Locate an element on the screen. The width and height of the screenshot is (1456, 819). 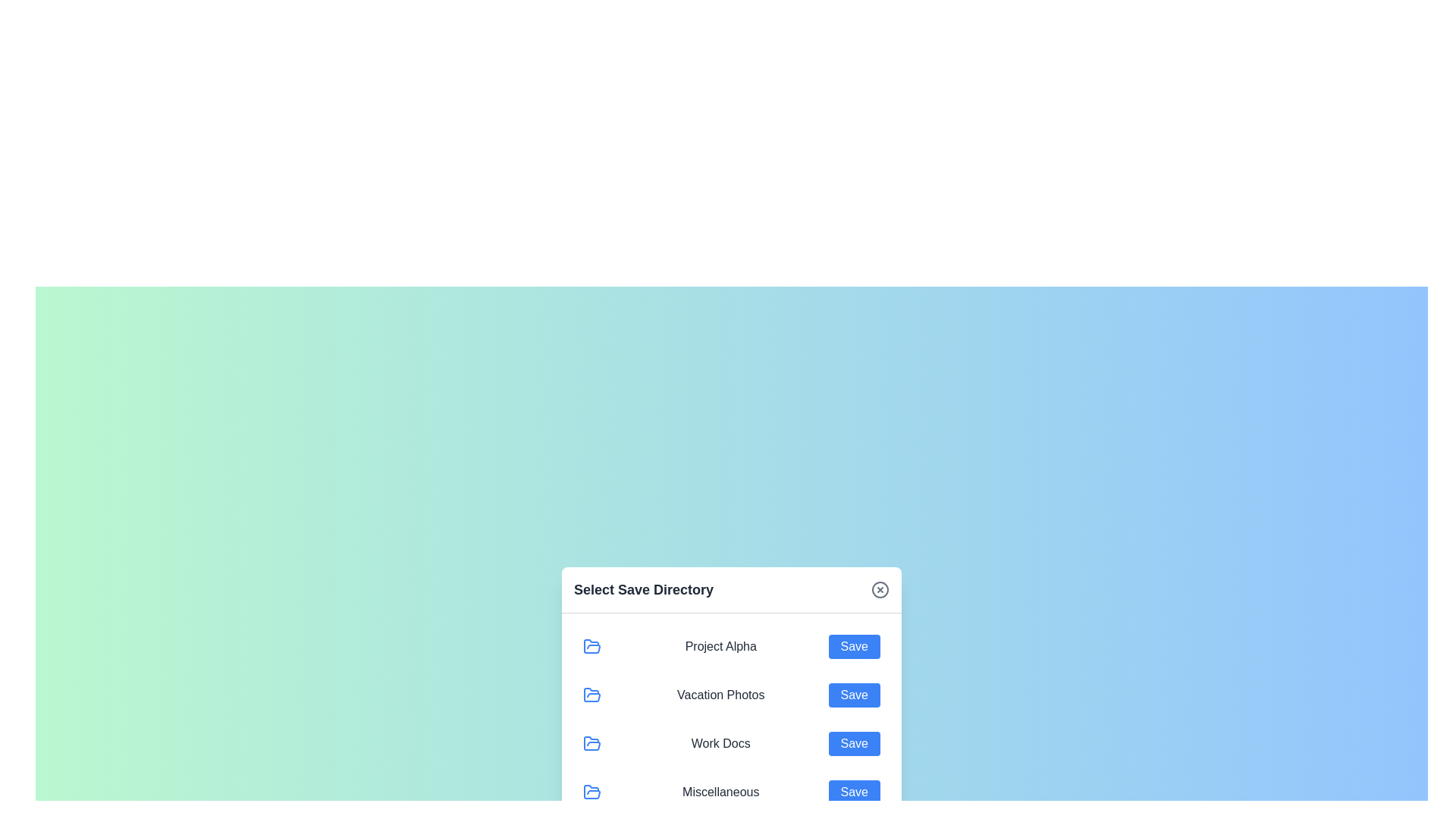
'Save' button for the directory Work Docs is located at coordinates (854, 742).